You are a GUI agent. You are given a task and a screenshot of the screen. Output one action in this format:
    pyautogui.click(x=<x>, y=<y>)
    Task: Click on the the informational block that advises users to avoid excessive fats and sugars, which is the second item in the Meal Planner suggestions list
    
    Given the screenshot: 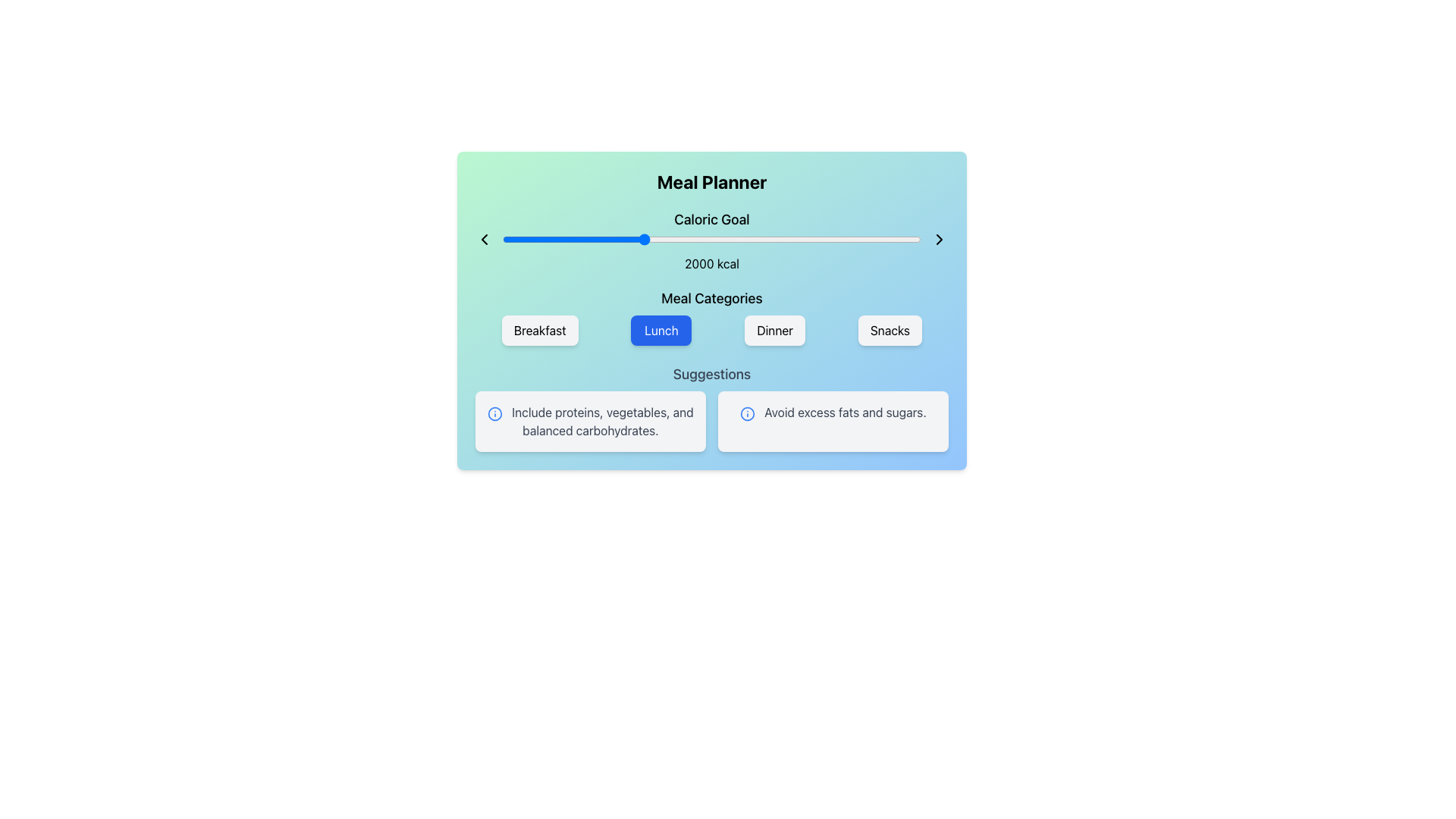 What is the action you would take?
    pyautogui.click(x=833, y=421)
    